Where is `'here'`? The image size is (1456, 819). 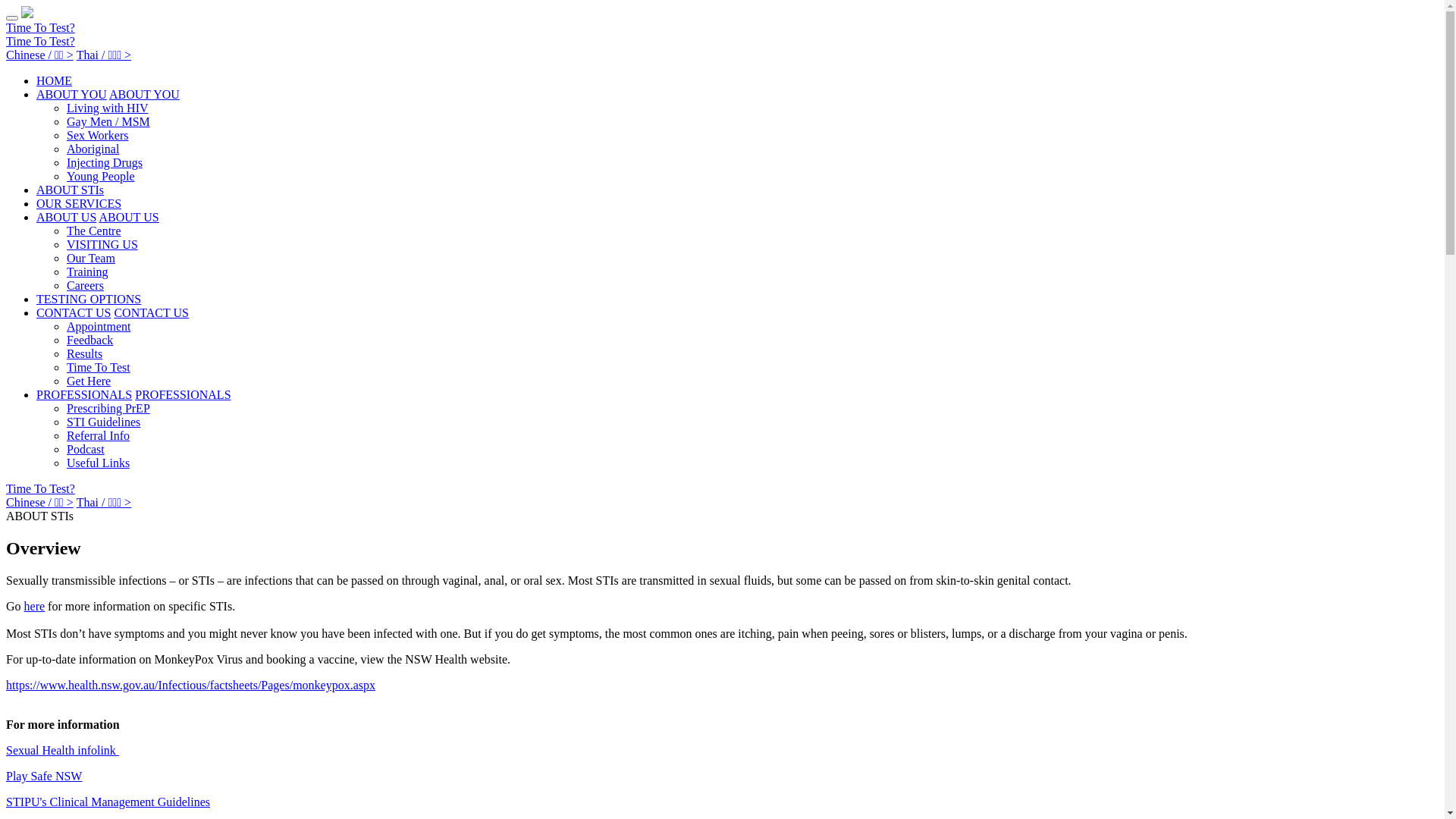
'here' is located at coordinates (35, 605).